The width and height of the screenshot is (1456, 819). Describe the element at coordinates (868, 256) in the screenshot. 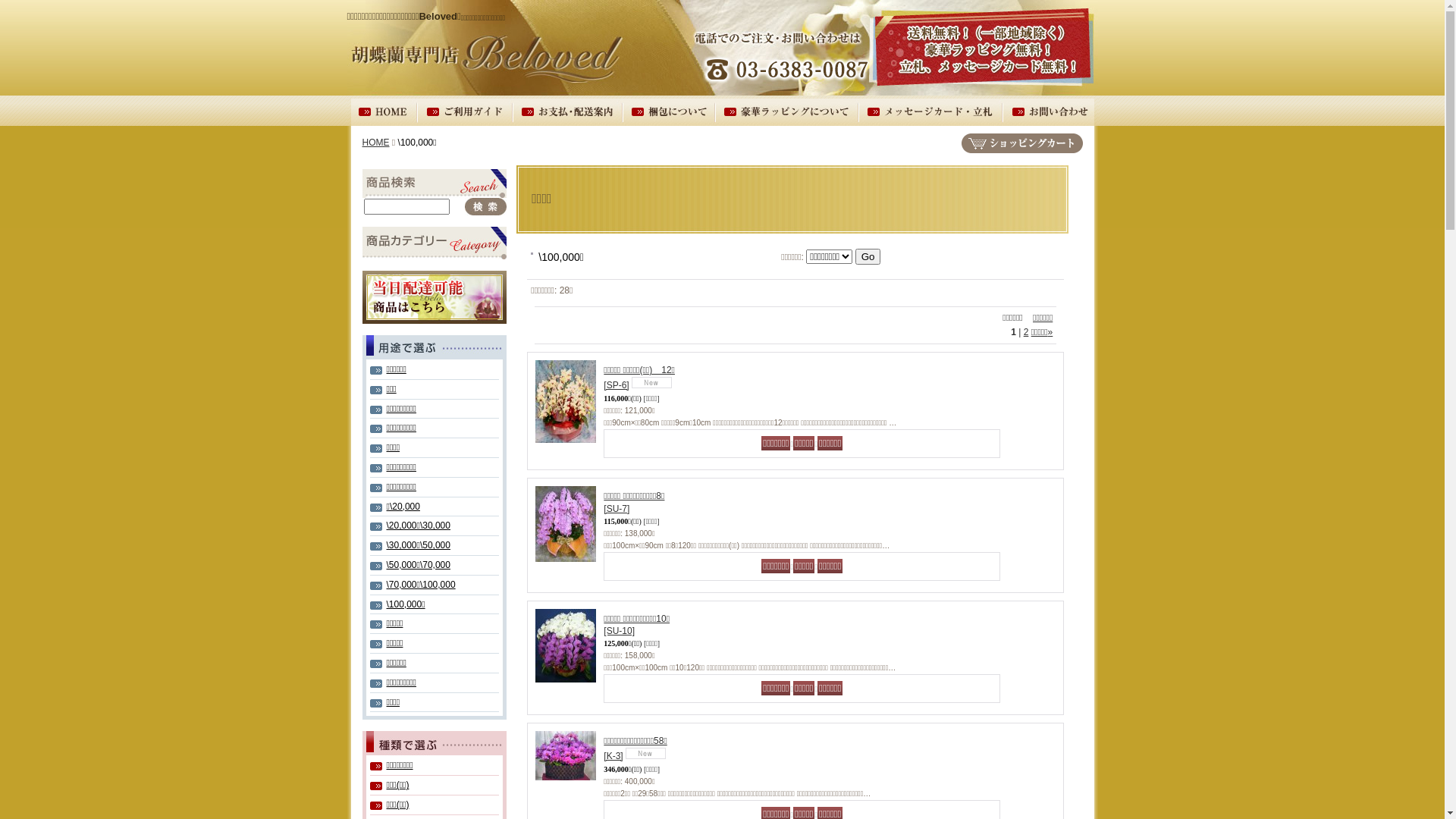

I see `'Go'` at that location.